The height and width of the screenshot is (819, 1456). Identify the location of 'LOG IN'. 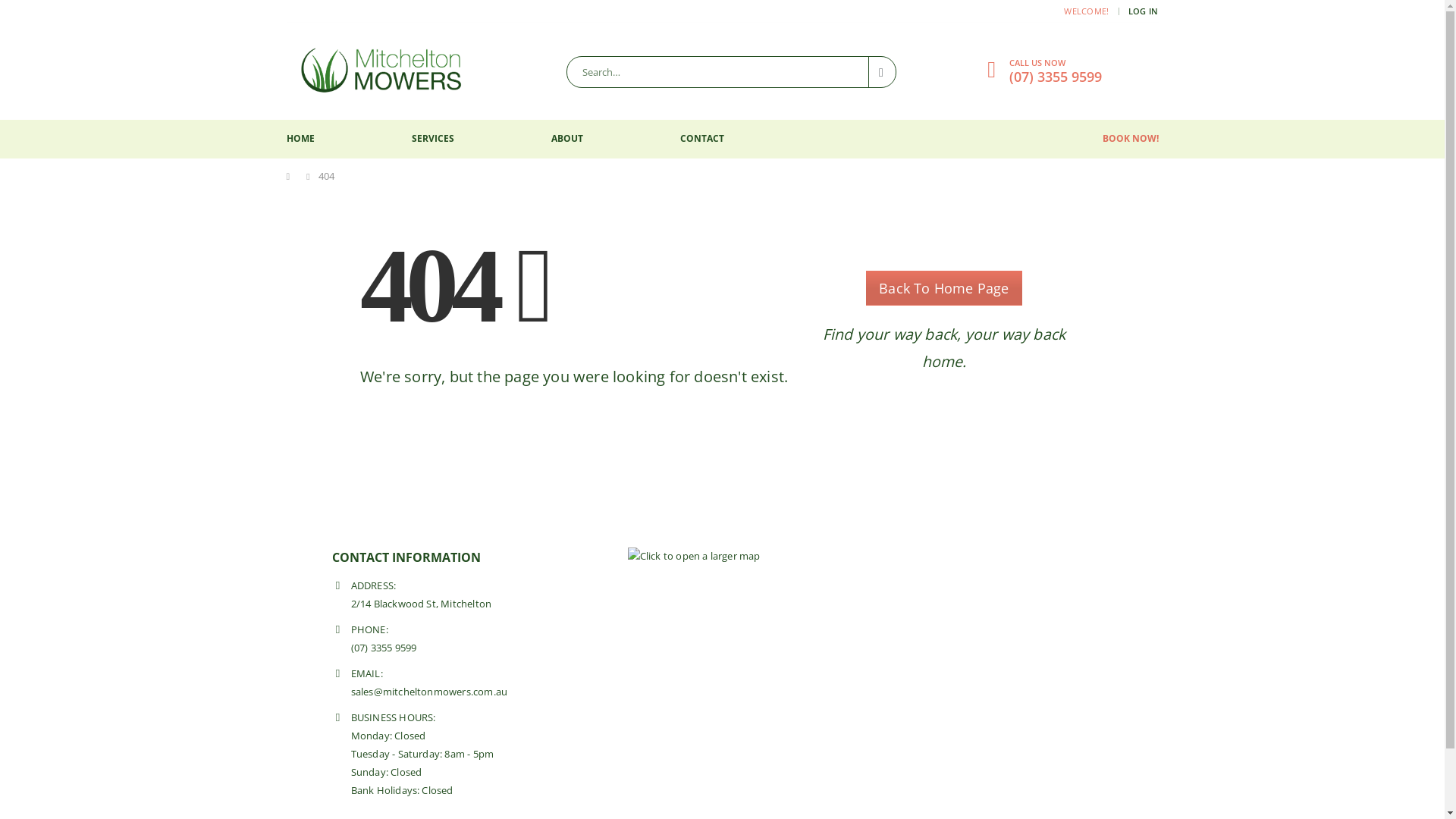
(1143, 11).